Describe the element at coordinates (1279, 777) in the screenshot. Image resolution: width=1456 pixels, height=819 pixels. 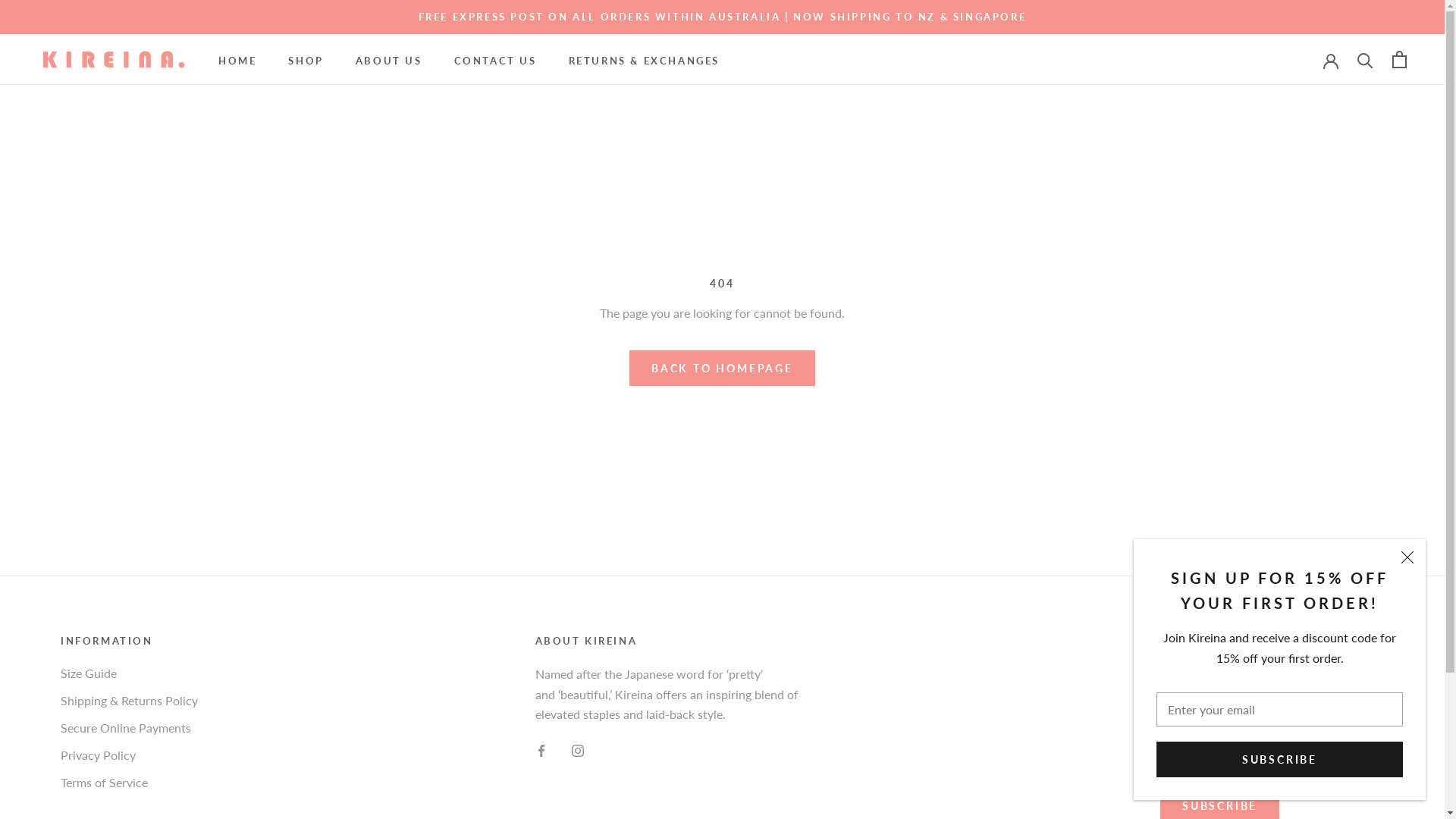
I see `'SUBSCRIBE'` at that location.